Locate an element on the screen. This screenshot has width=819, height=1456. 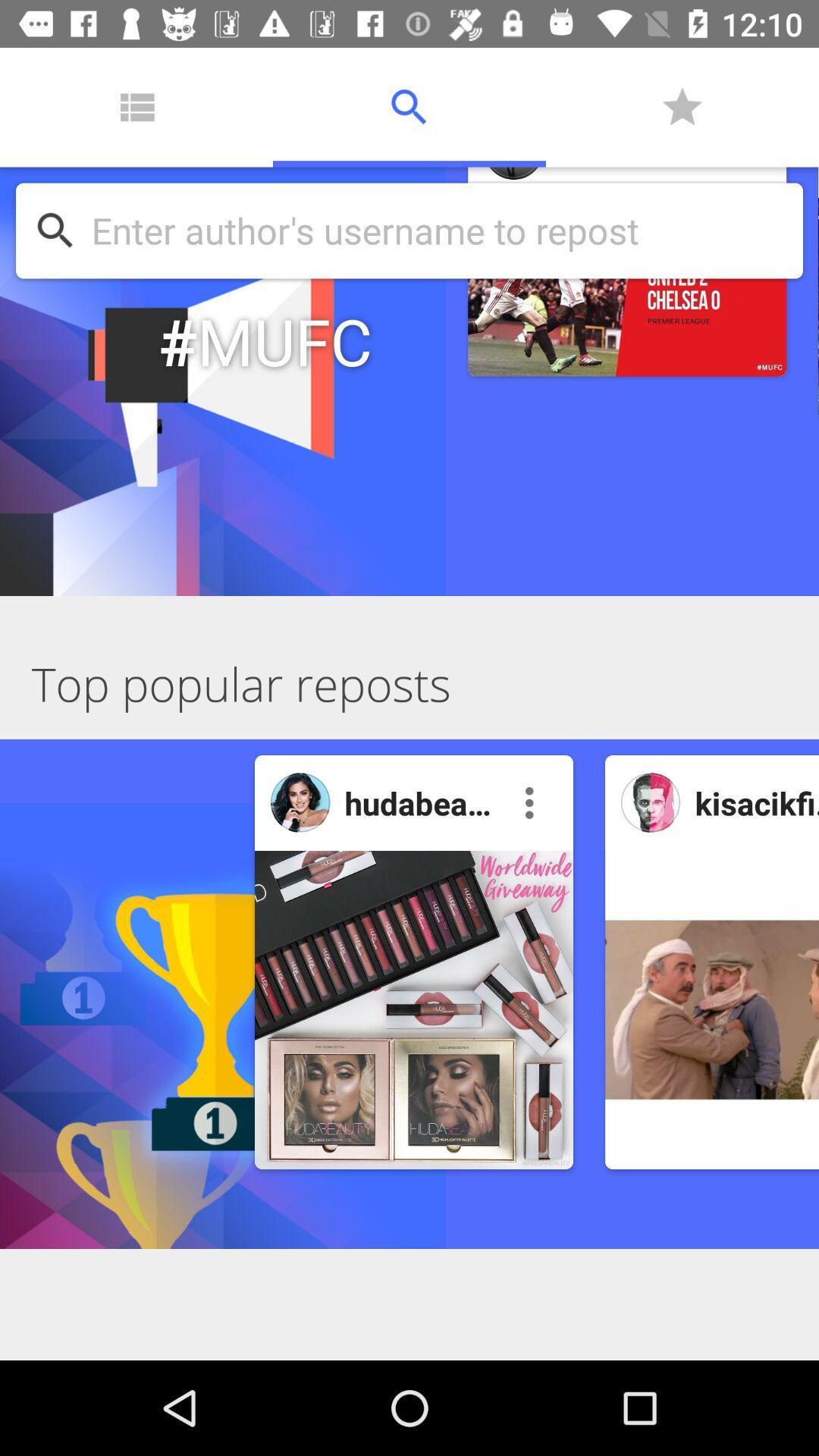
profile is located at coordinates (650, 802).